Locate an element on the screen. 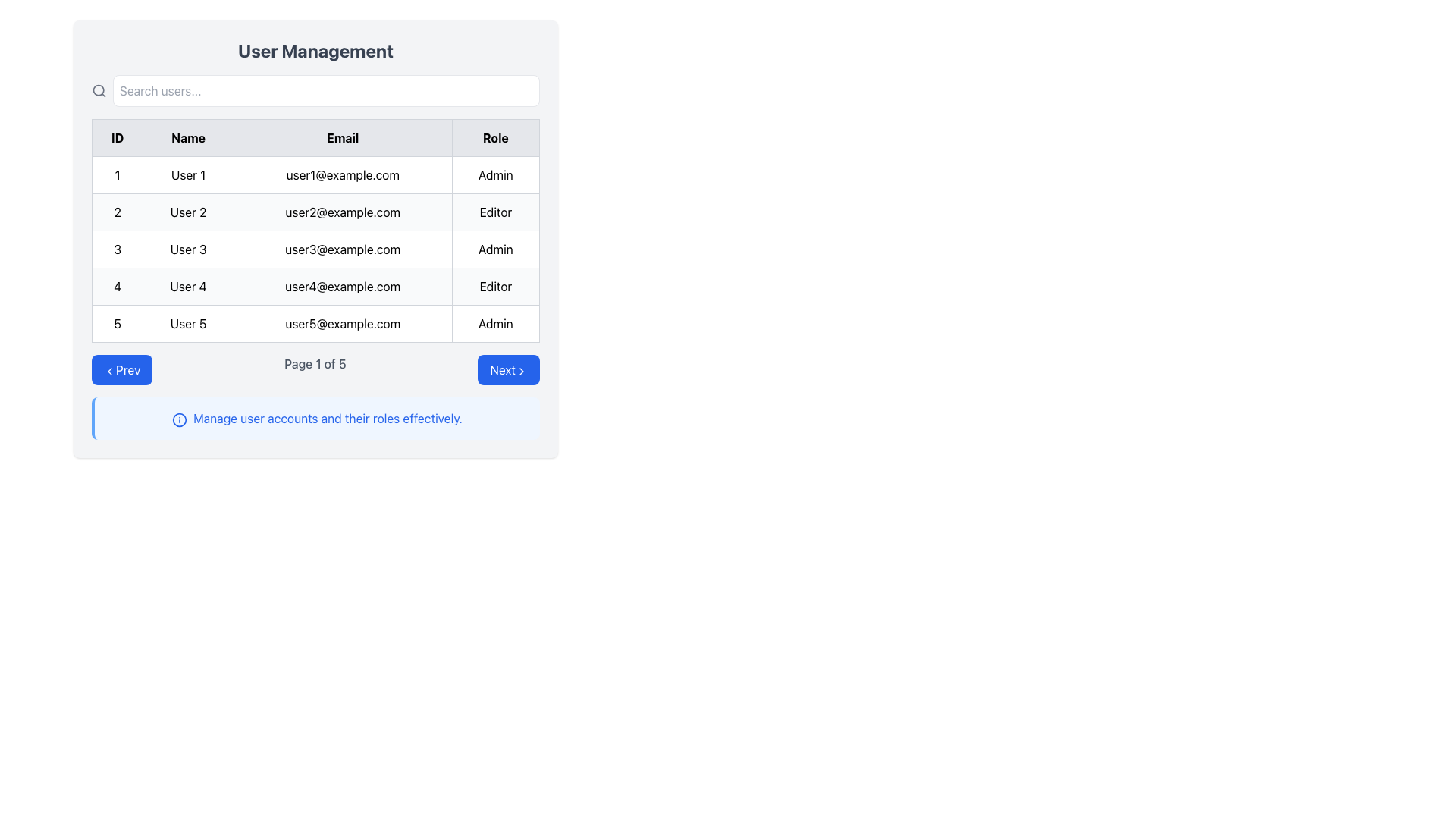  the text block displaying the number '4' in the 'ID' column of the user management table, which is the first cell of the row for 'User 4' is located at coordinates (117, 287).